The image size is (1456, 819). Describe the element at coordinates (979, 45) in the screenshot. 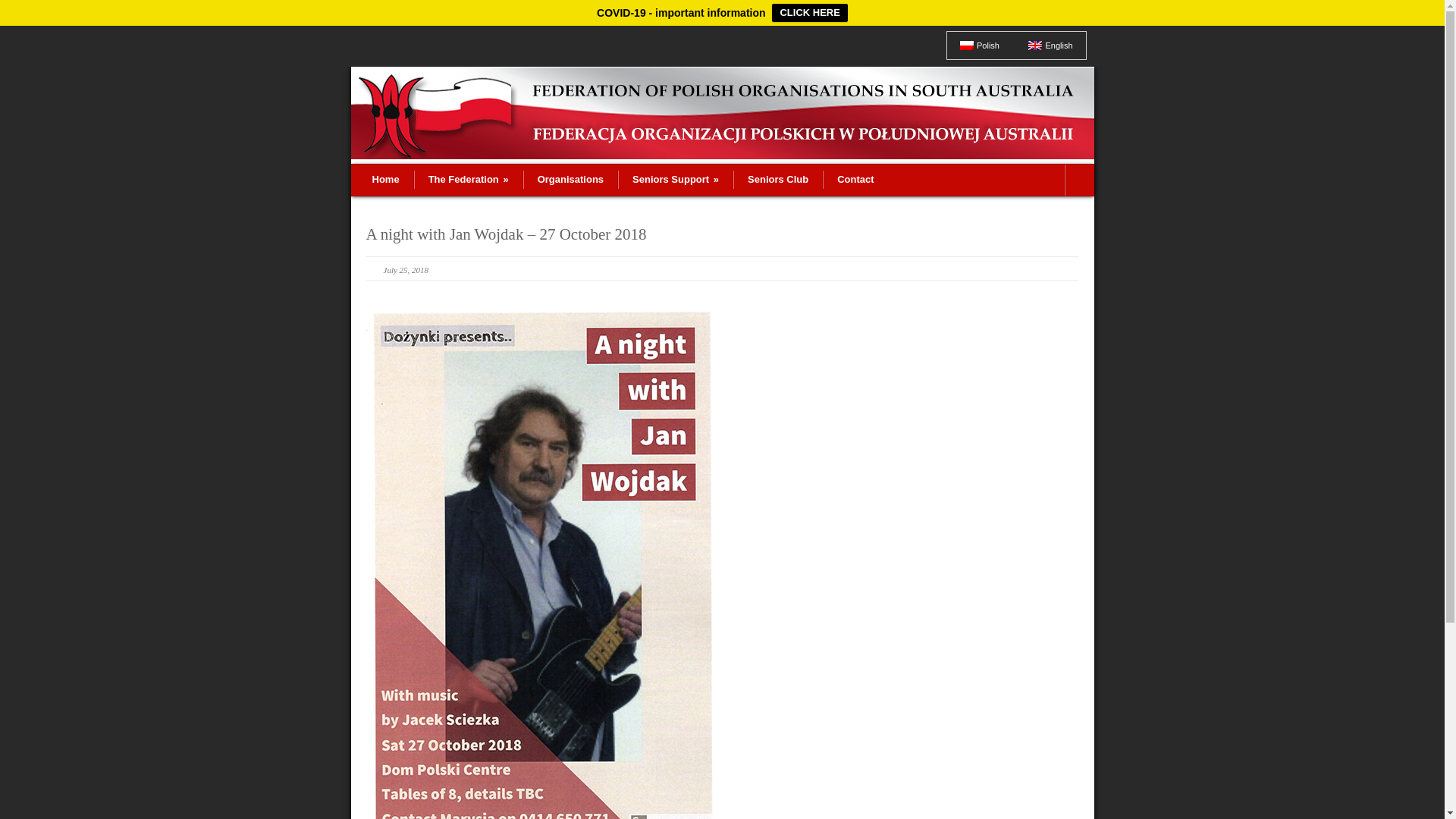

I see `'Polish'` at that location.